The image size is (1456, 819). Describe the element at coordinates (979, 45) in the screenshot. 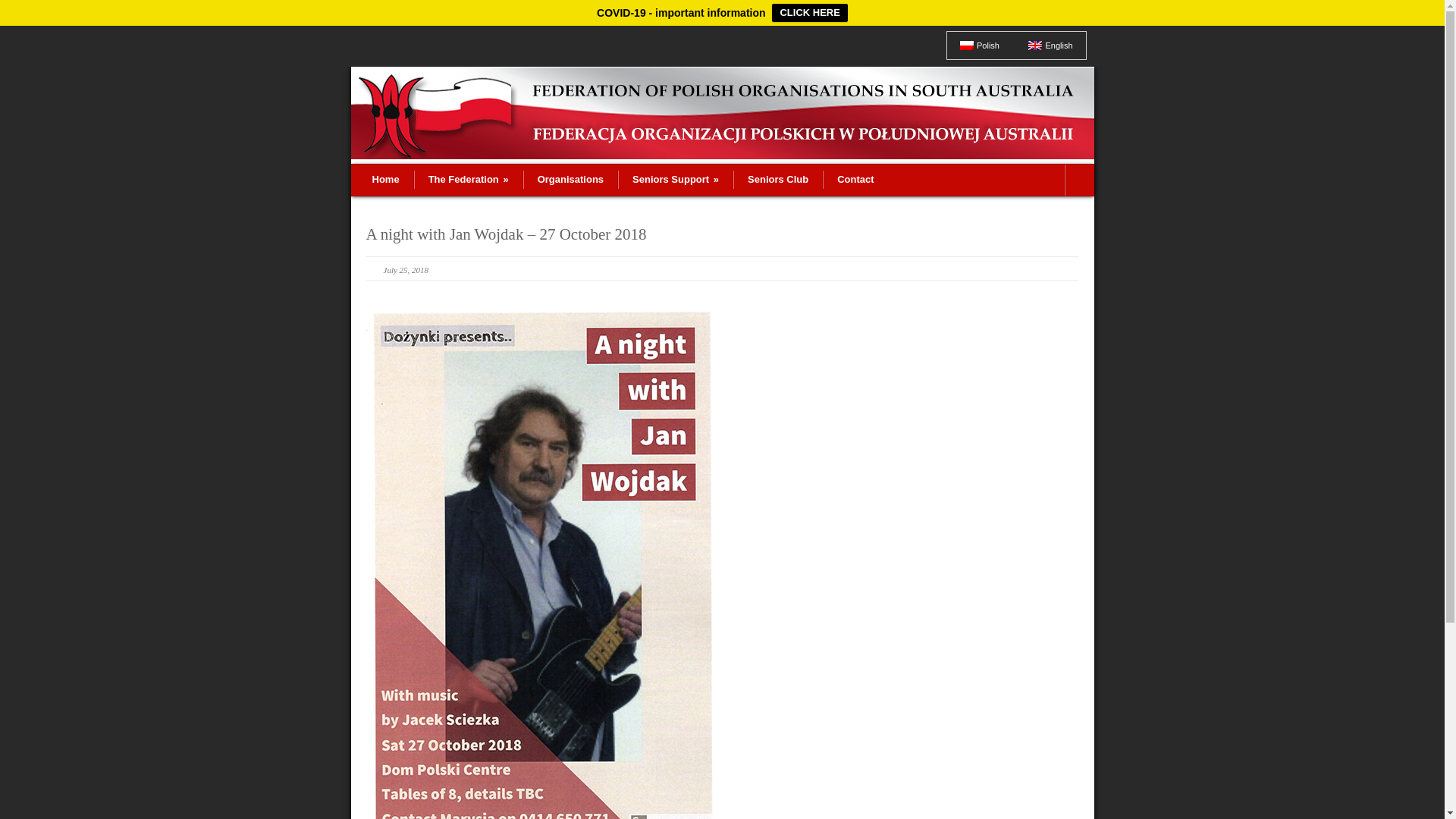

I see `'Polish'` at that location.